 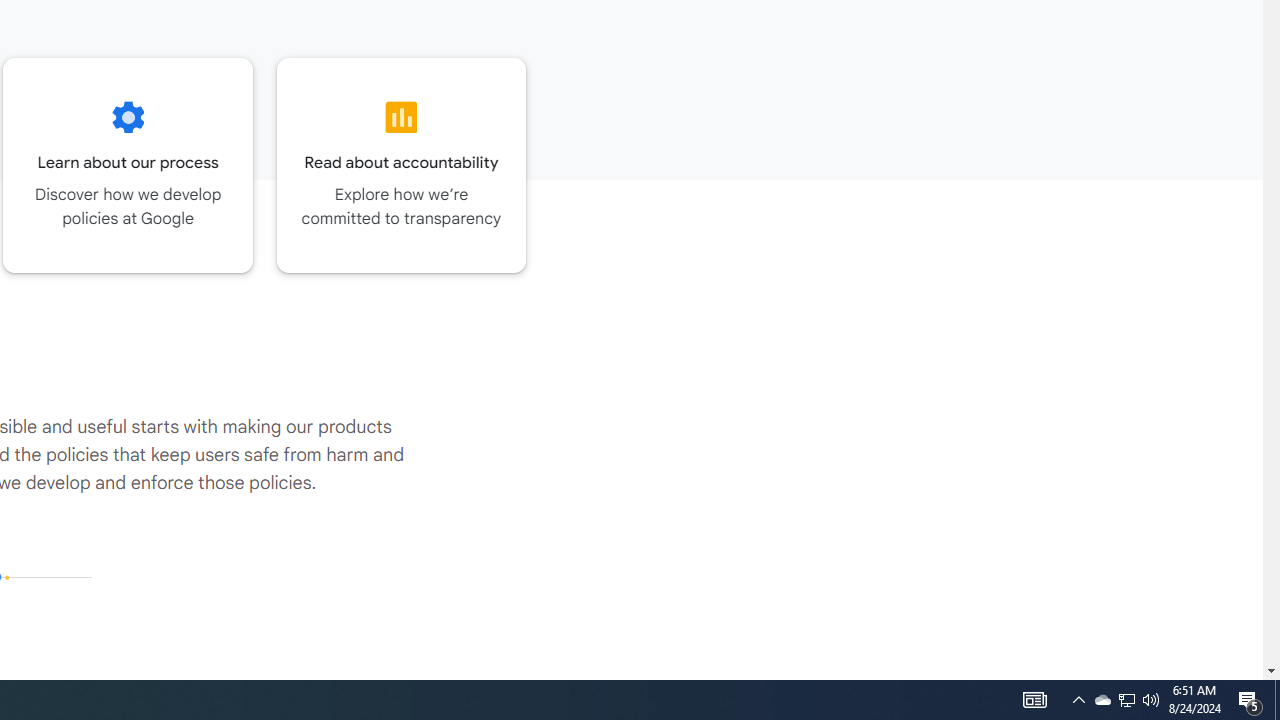 What do you see at coordinates (127, 164) in the screenshot?
I see `'Go to the Our process page'` at bounding box center [127, 164].